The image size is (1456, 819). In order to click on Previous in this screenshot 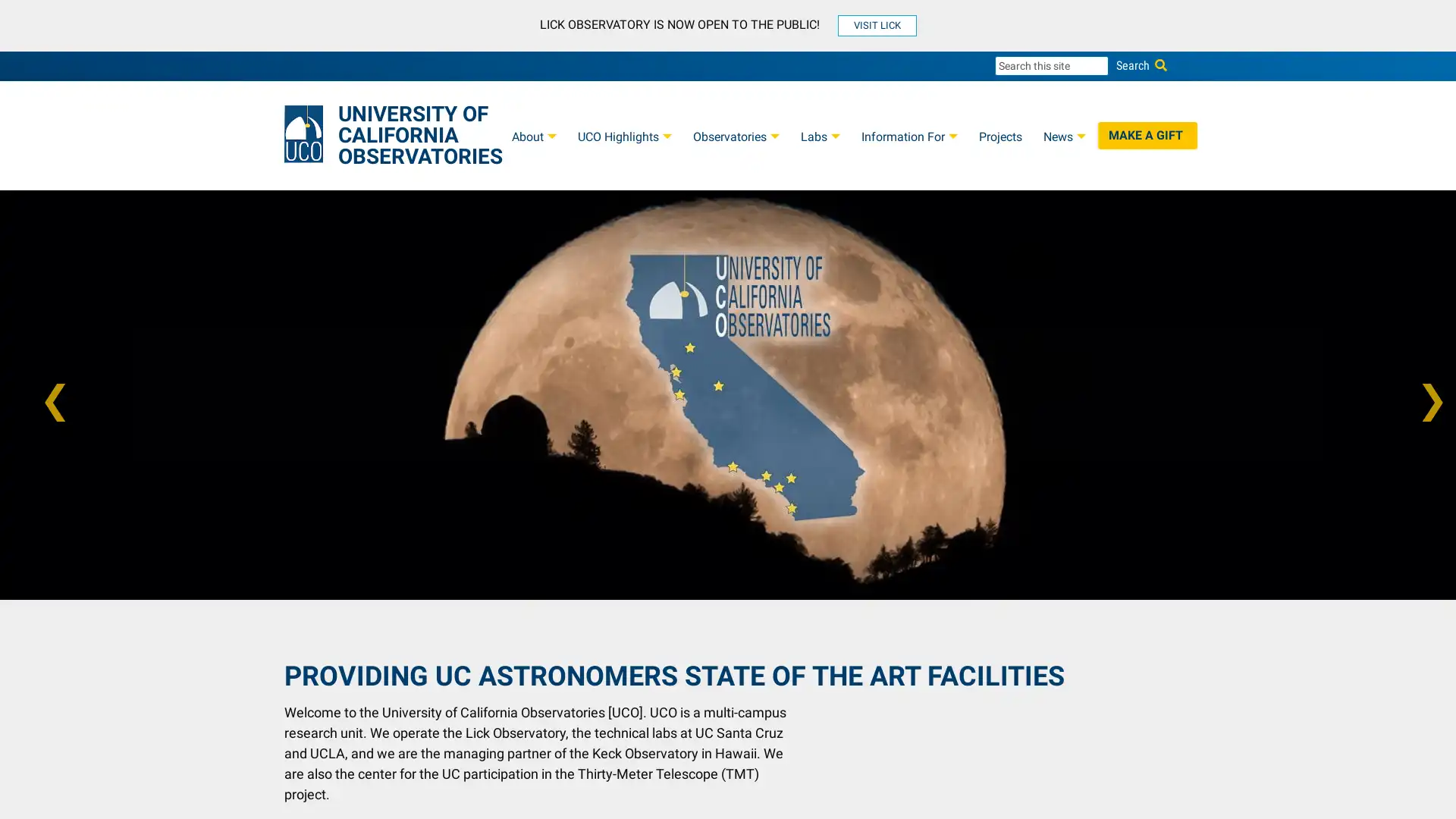, I will do `click(39, 394)`.